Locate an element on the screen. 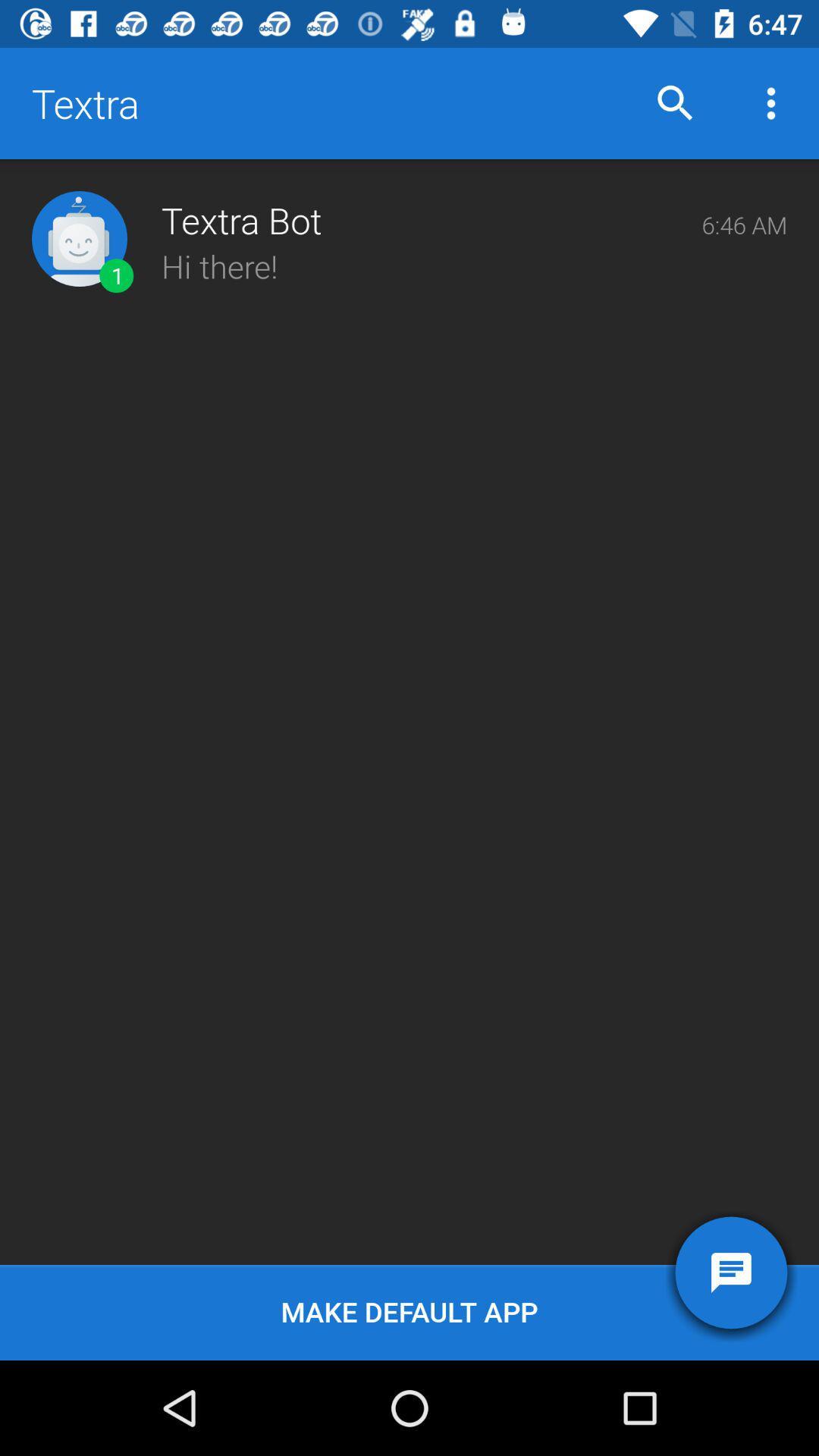 The height and width of the screenshot is (1456, 819). the more icon is located at coordinates (771, 102).